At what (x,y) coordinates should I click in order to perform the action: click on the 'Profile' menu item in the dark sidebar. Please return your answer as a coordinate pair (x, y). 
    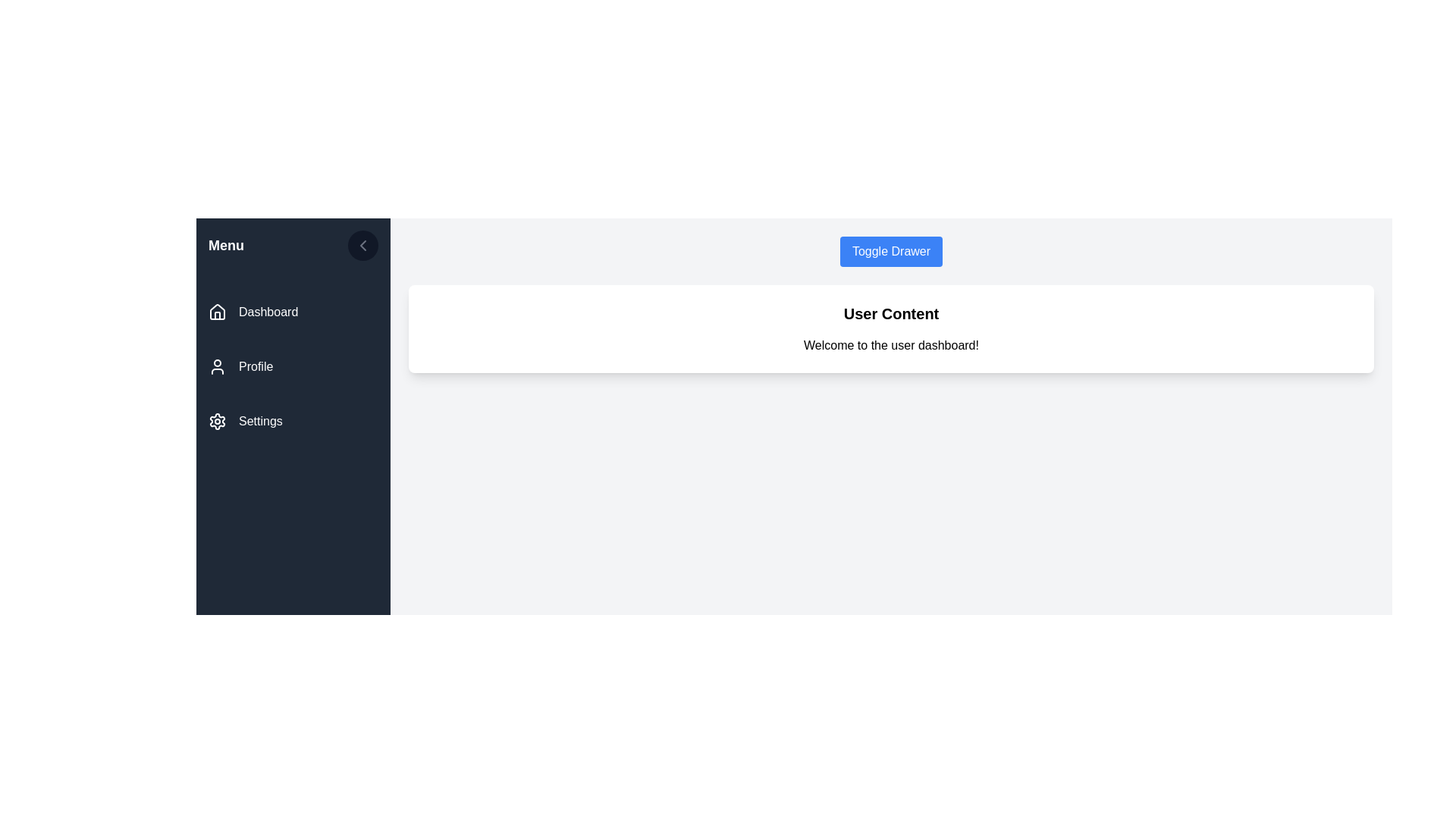
    Looking at the image, I should click on (293, 366).